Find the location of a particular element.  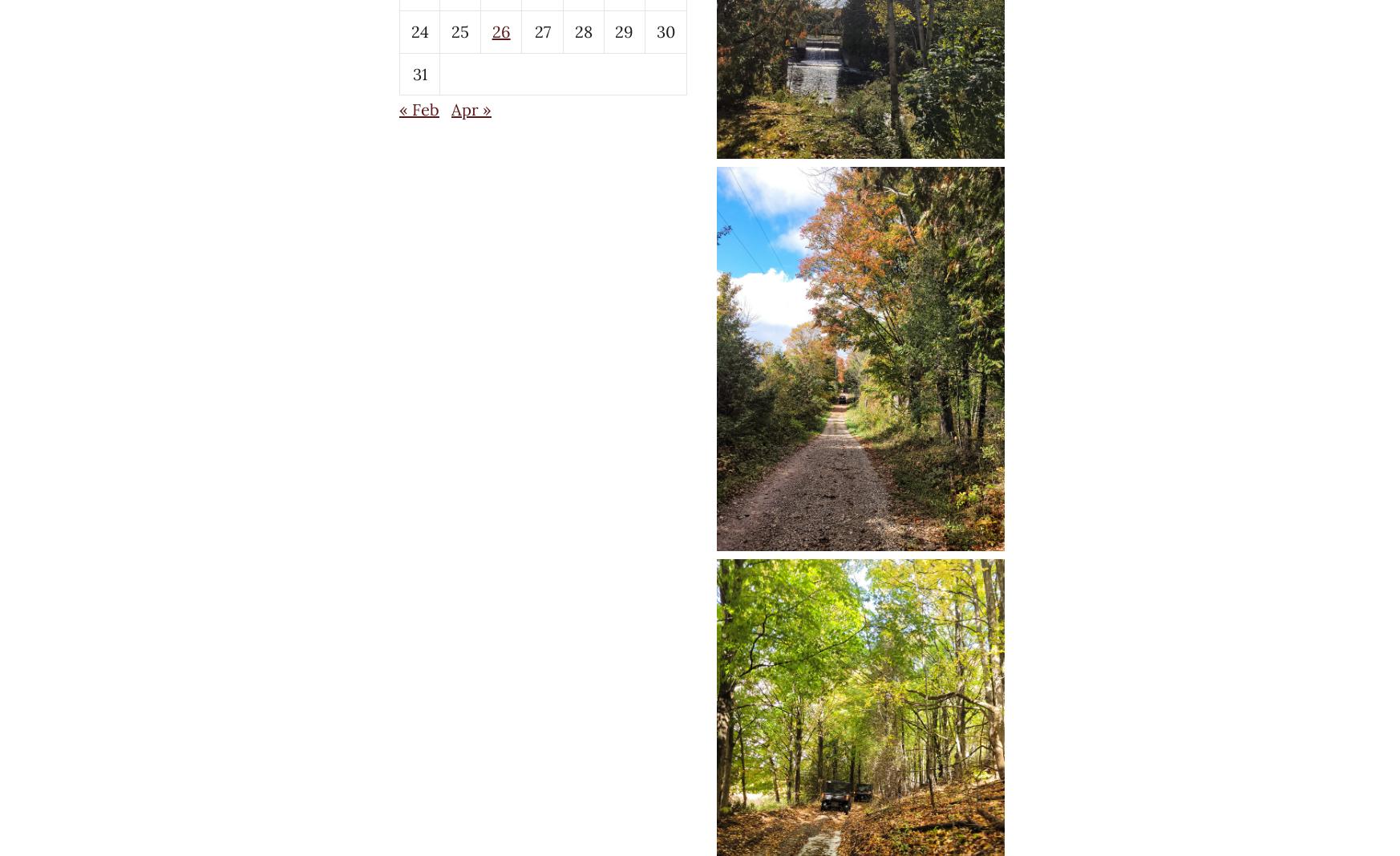

'31' is located at coordinates (419, 72).